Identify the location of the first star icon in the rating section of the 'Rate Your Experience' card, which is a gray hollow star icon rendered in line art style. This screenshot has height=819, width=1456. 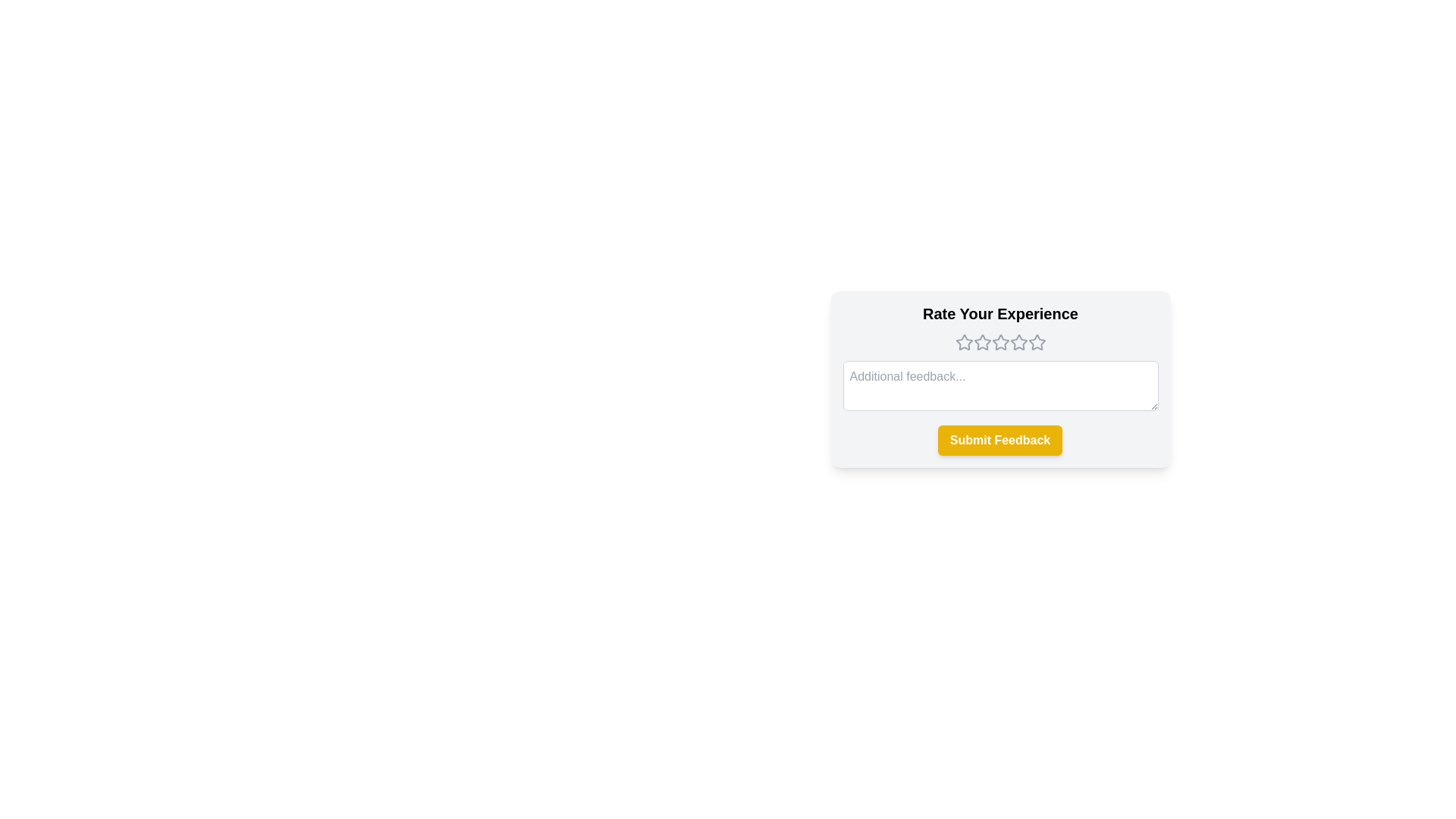
(963, 342).